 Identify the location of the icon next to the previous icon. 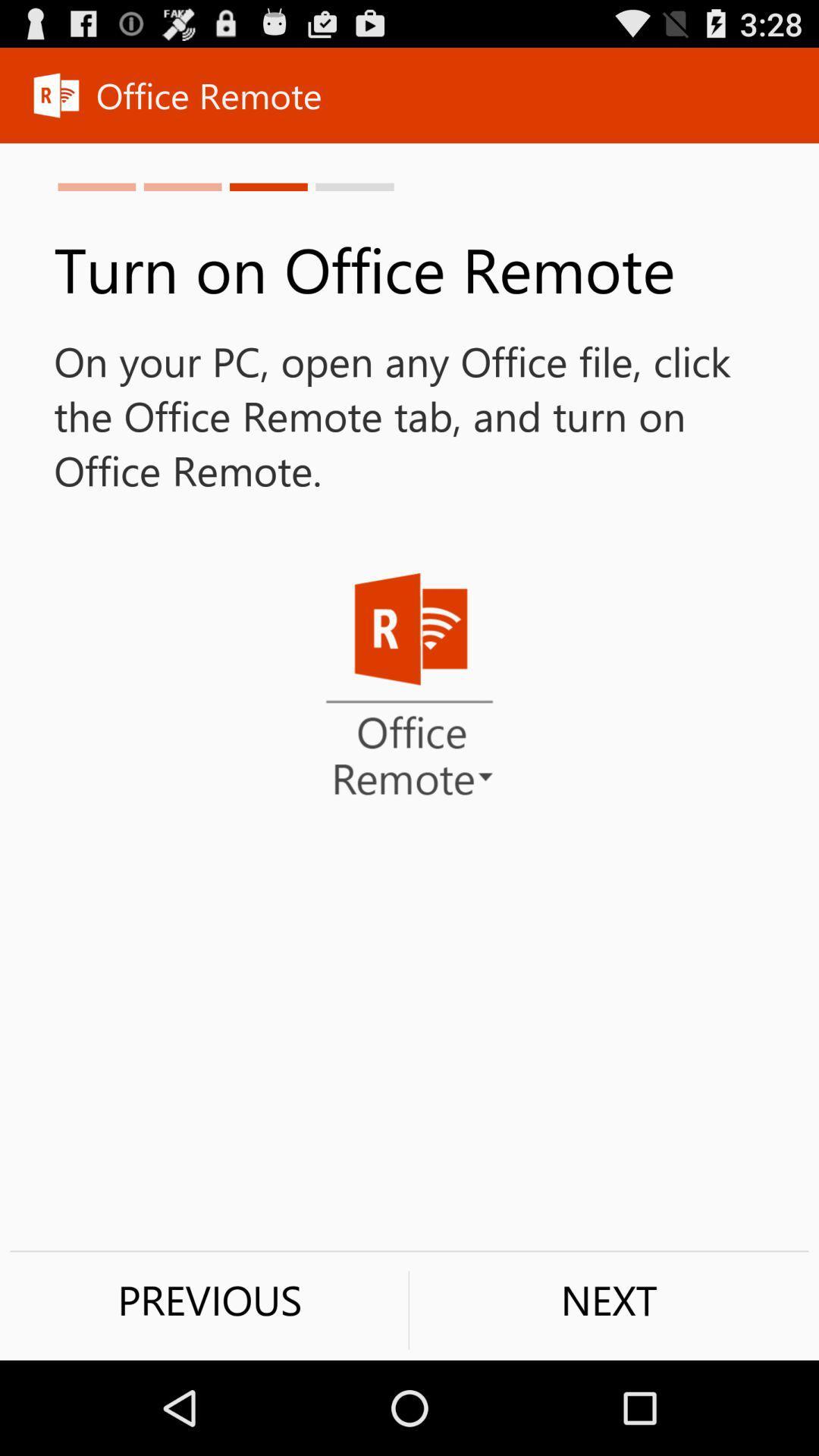
(608, 1299).